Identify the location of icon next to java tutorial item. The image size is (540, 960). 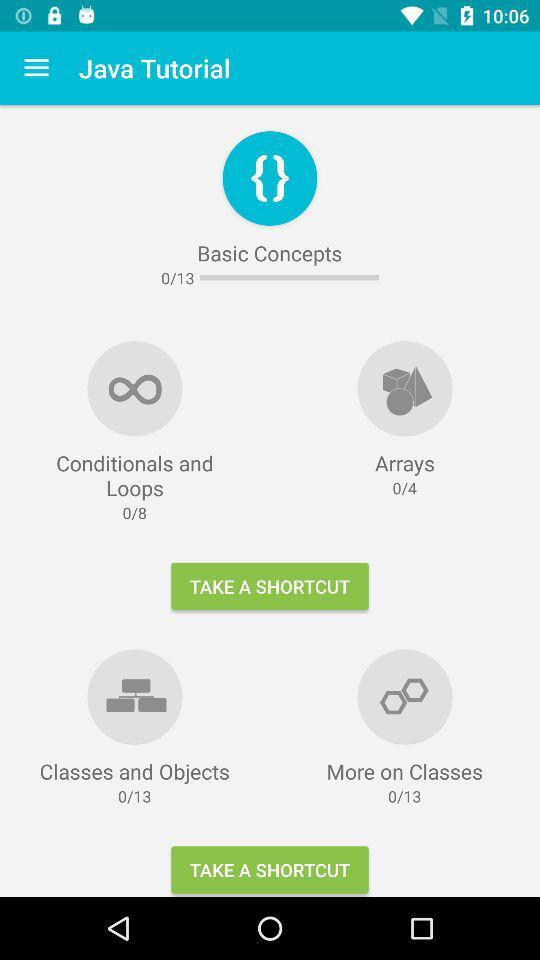
(36, 68).